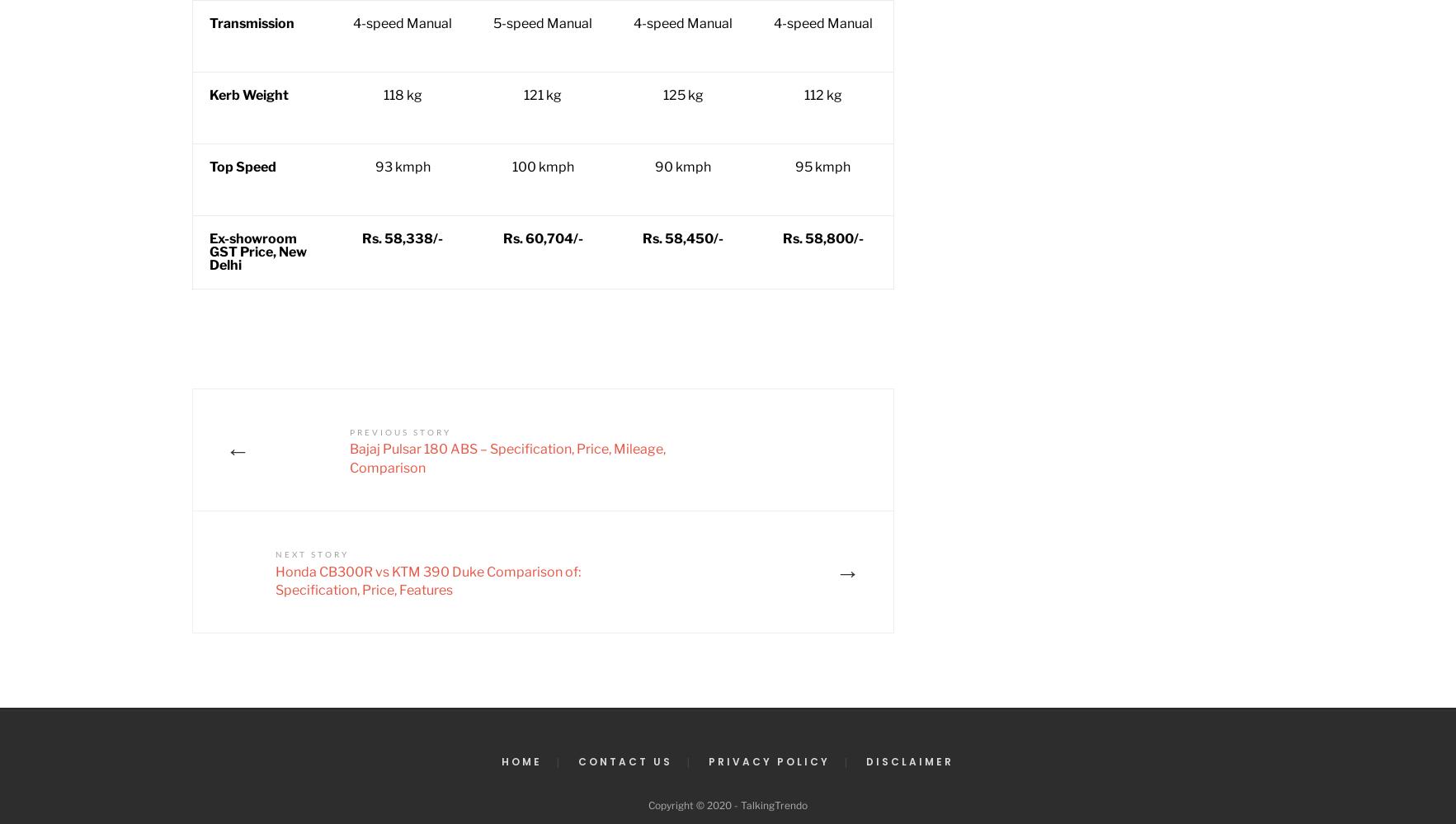 This screenshot has width=1456, height=824. Describe the element at coordinates (681, 238) in the screenshot. I see `'Rs. 58,450/-'` at that location.